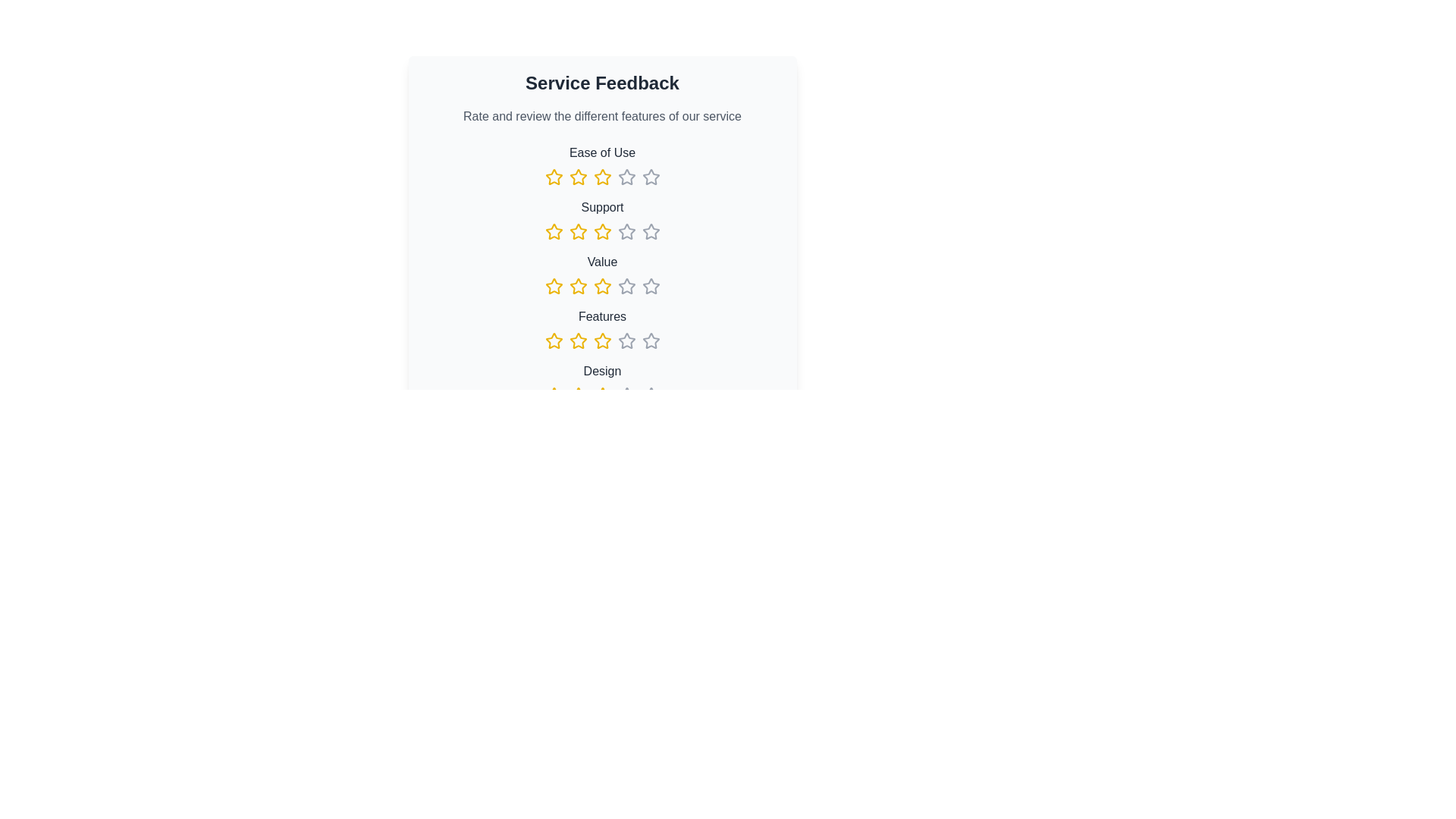  What do you see at coordinates (601, 176) in the screenshot?
I see `the third star icon` at bounding box center [601, 176].